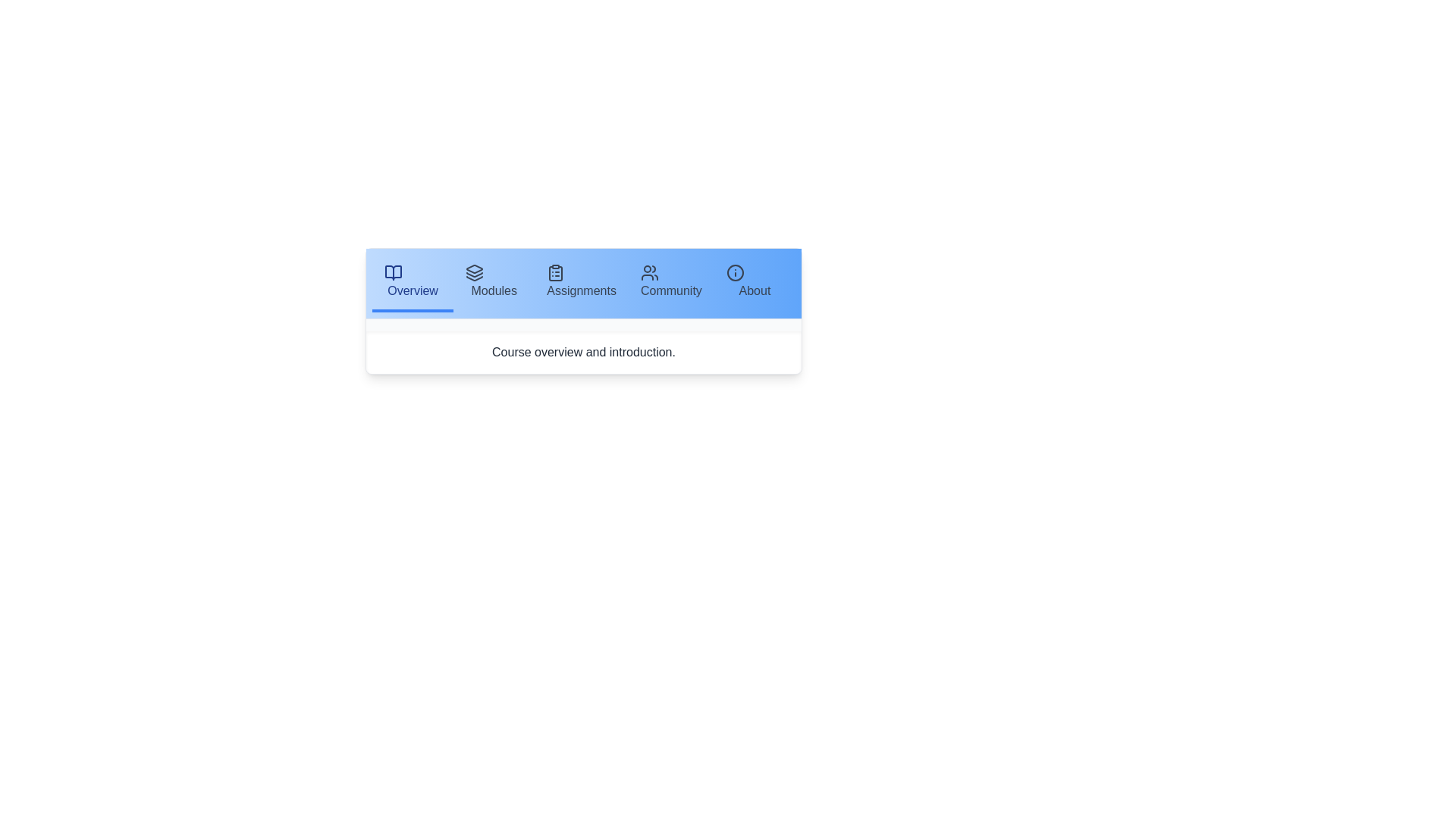 The width and height of the screenshot is (1456, 819). Describe the element at coordinates (649, 271) in the screenshot. I see `the icon representing two user figures located above the 'Community' label in the navigation bar` at that location.